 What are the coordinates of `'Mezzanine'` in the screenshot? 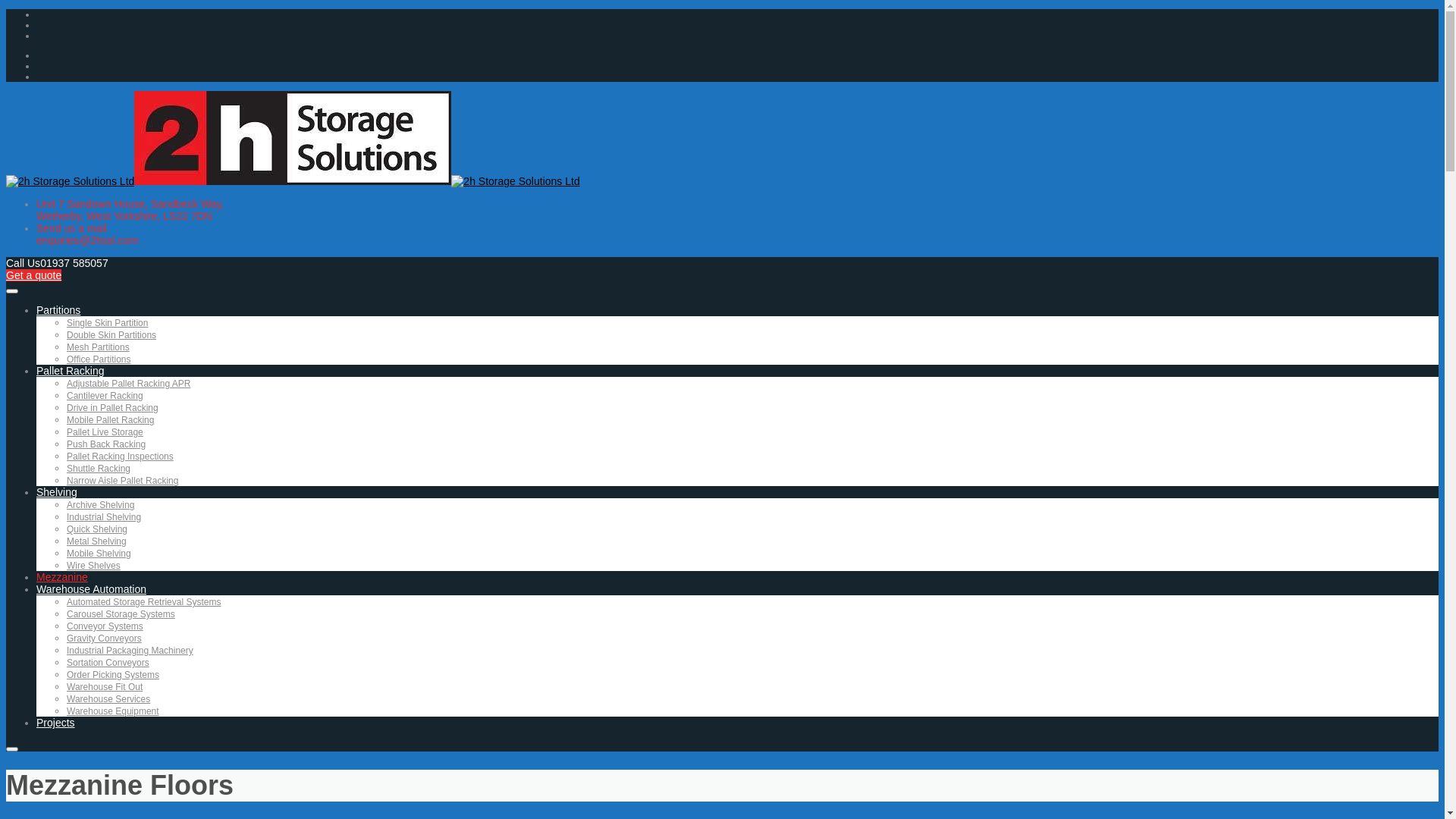 It's located at (61, 576).